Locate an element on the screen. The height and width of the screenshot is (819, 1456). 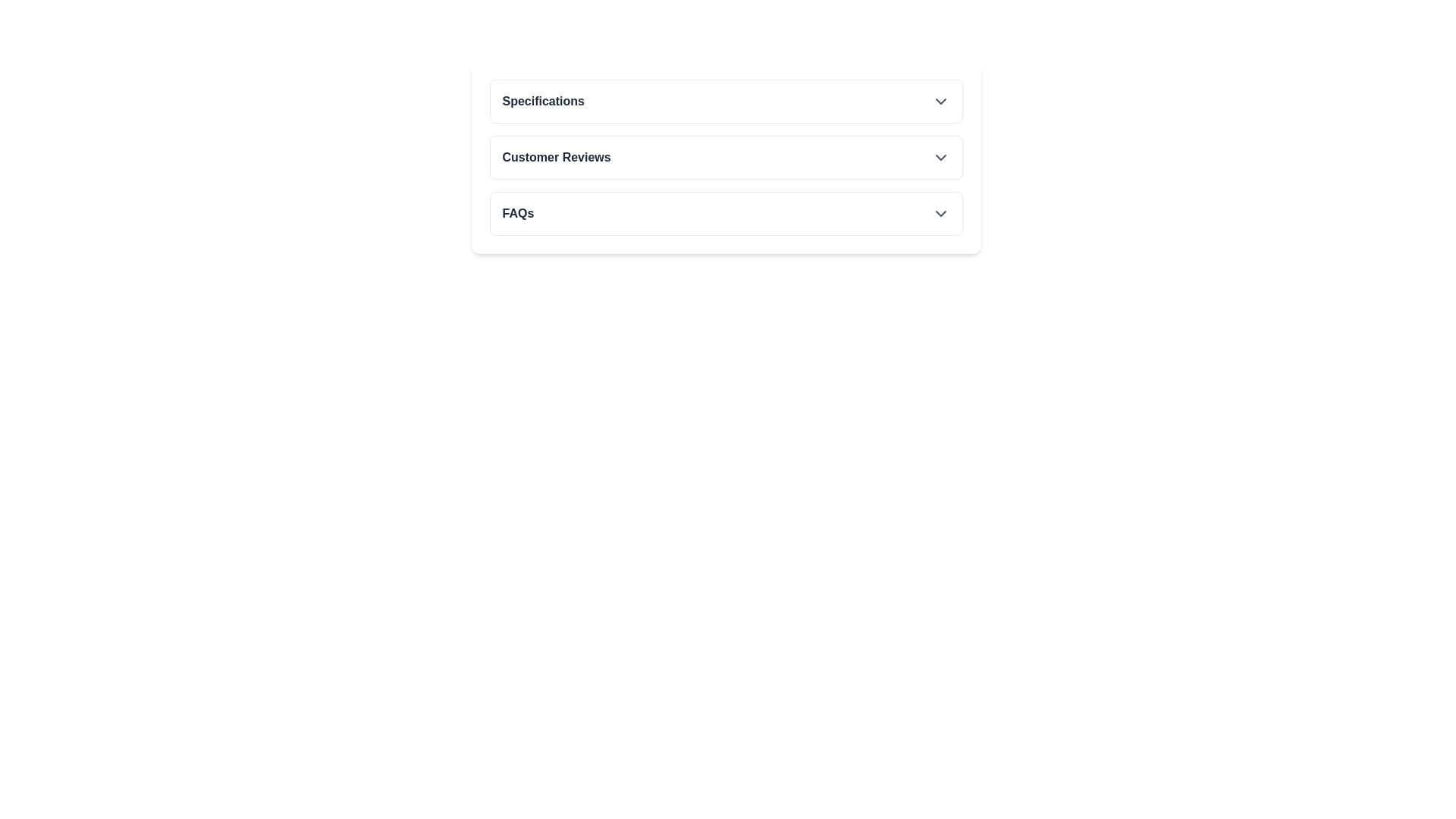
the dropdown toggle icon located on the far right of the 'Specifications' title bar is located at coordinates (940, 102).